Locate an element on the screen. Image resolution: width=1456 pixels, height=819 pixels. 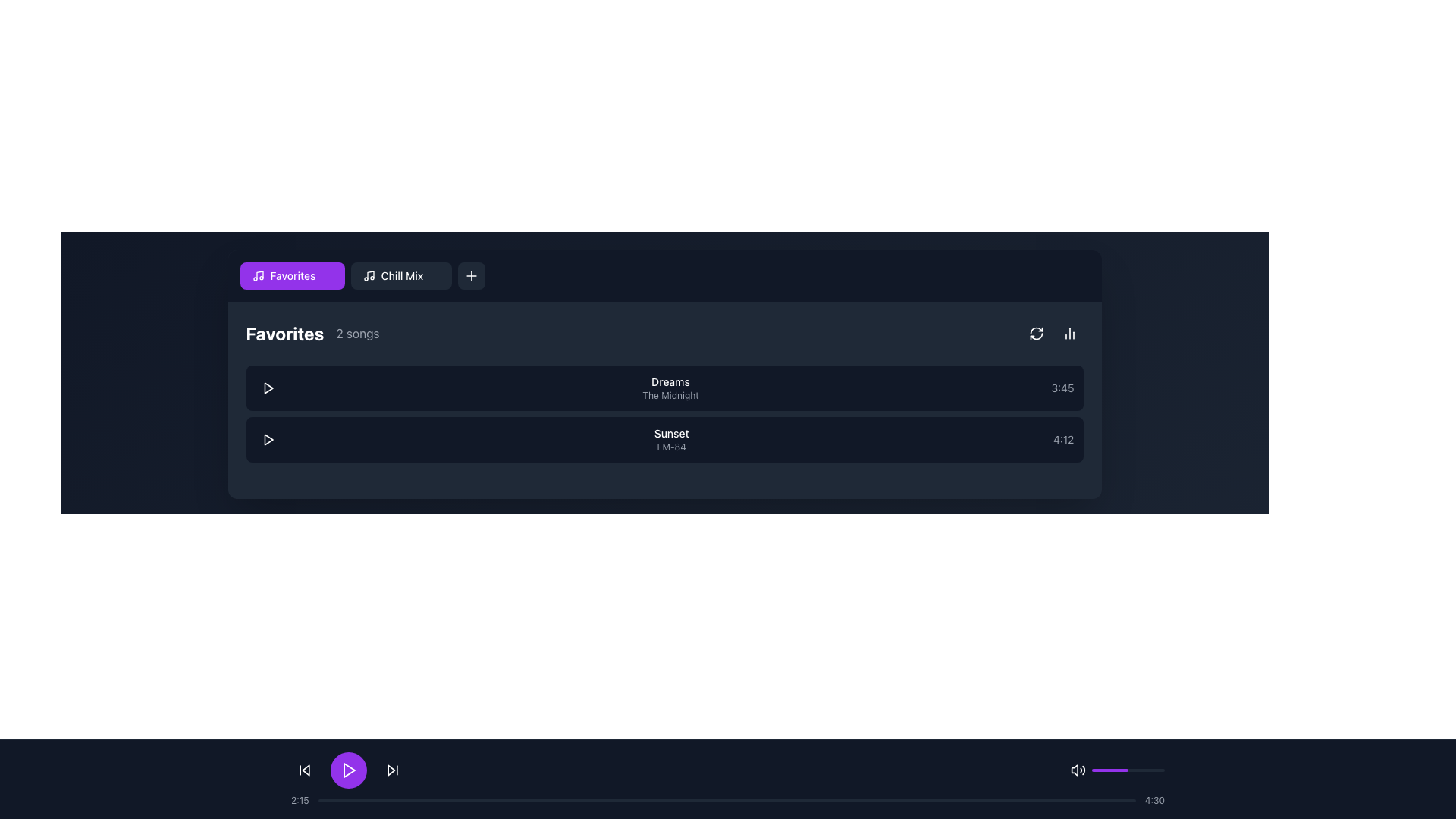
the progress bar is located at coordinates (767, 800).